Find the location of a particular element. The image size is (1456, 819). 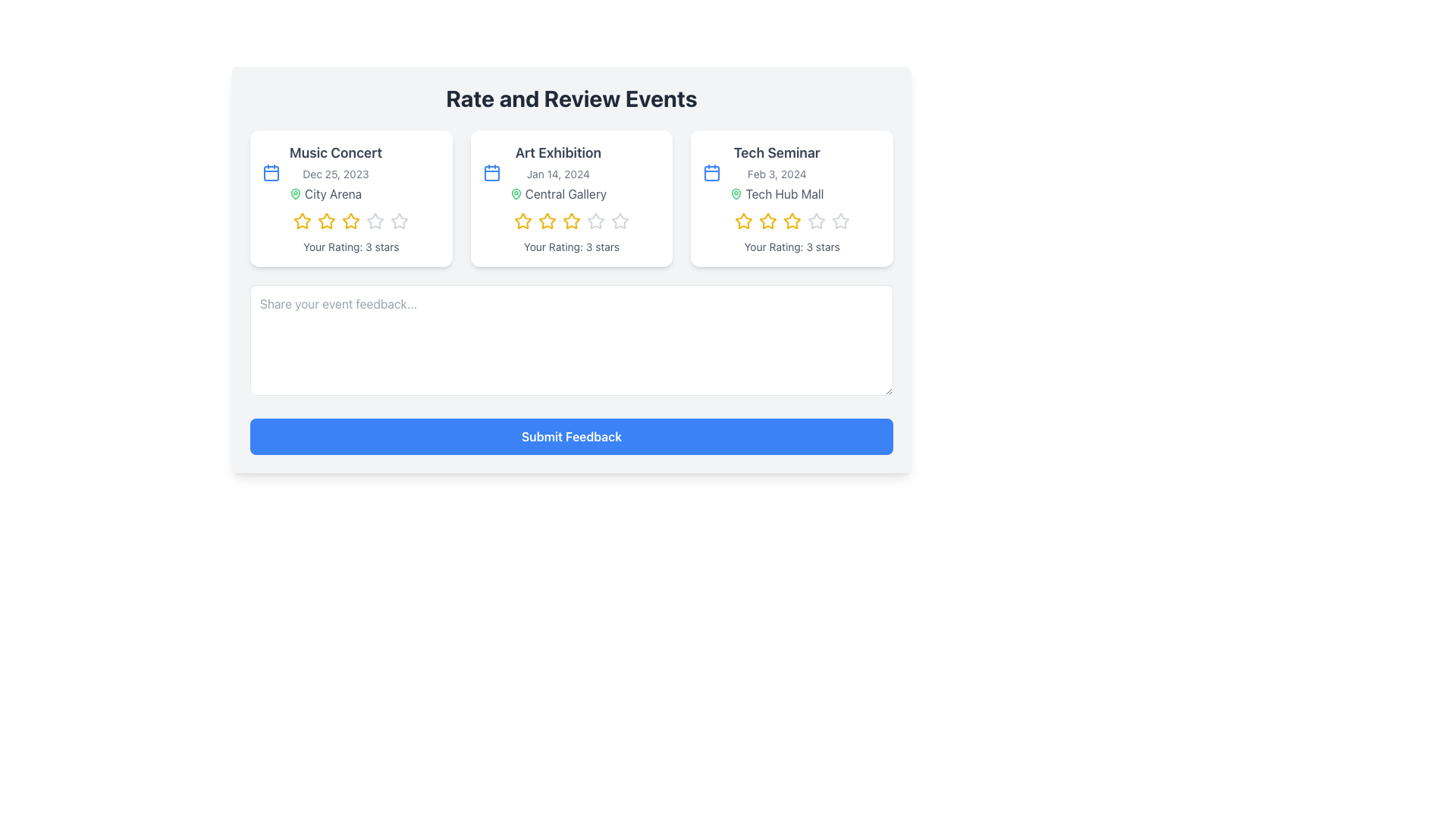

the third star-shaped icon in the rating component for the 'Art Exhibition' is located at coordinates (595, 221).